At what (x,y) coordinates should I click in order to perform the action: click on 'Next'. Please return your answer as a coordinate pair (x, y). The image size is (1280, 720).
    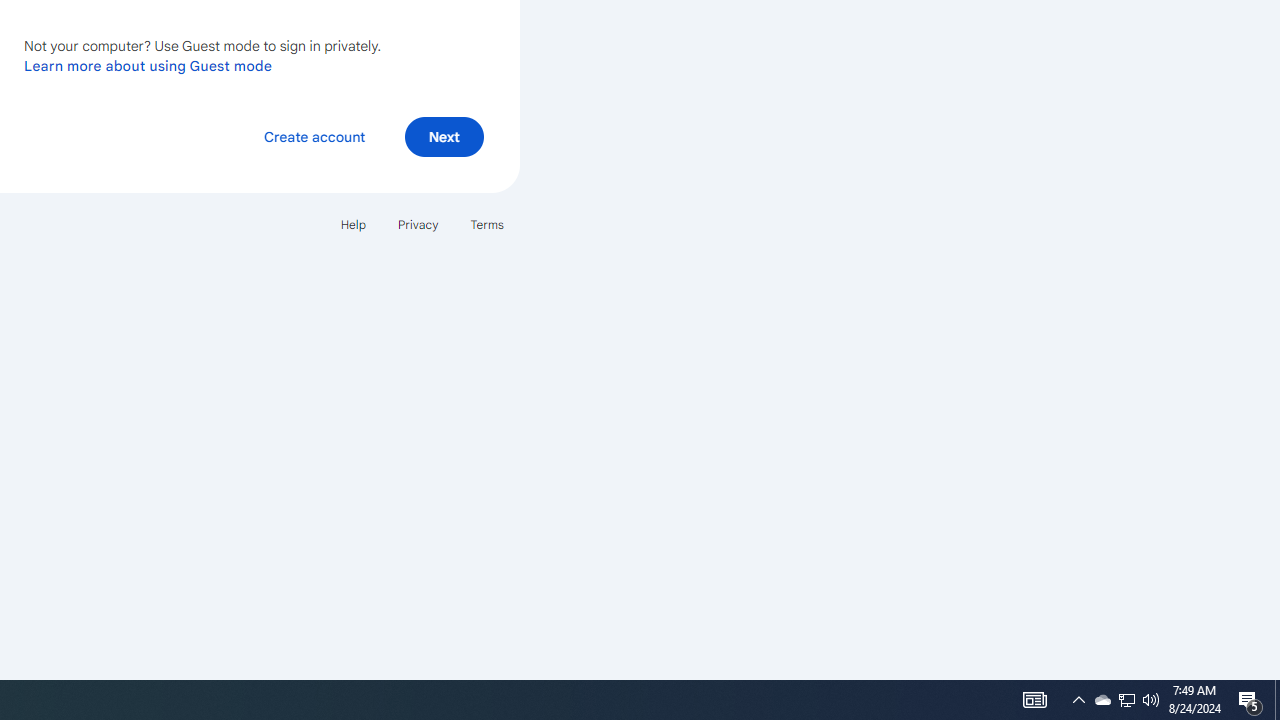
    Looking at the image, I should click on (443, 135).